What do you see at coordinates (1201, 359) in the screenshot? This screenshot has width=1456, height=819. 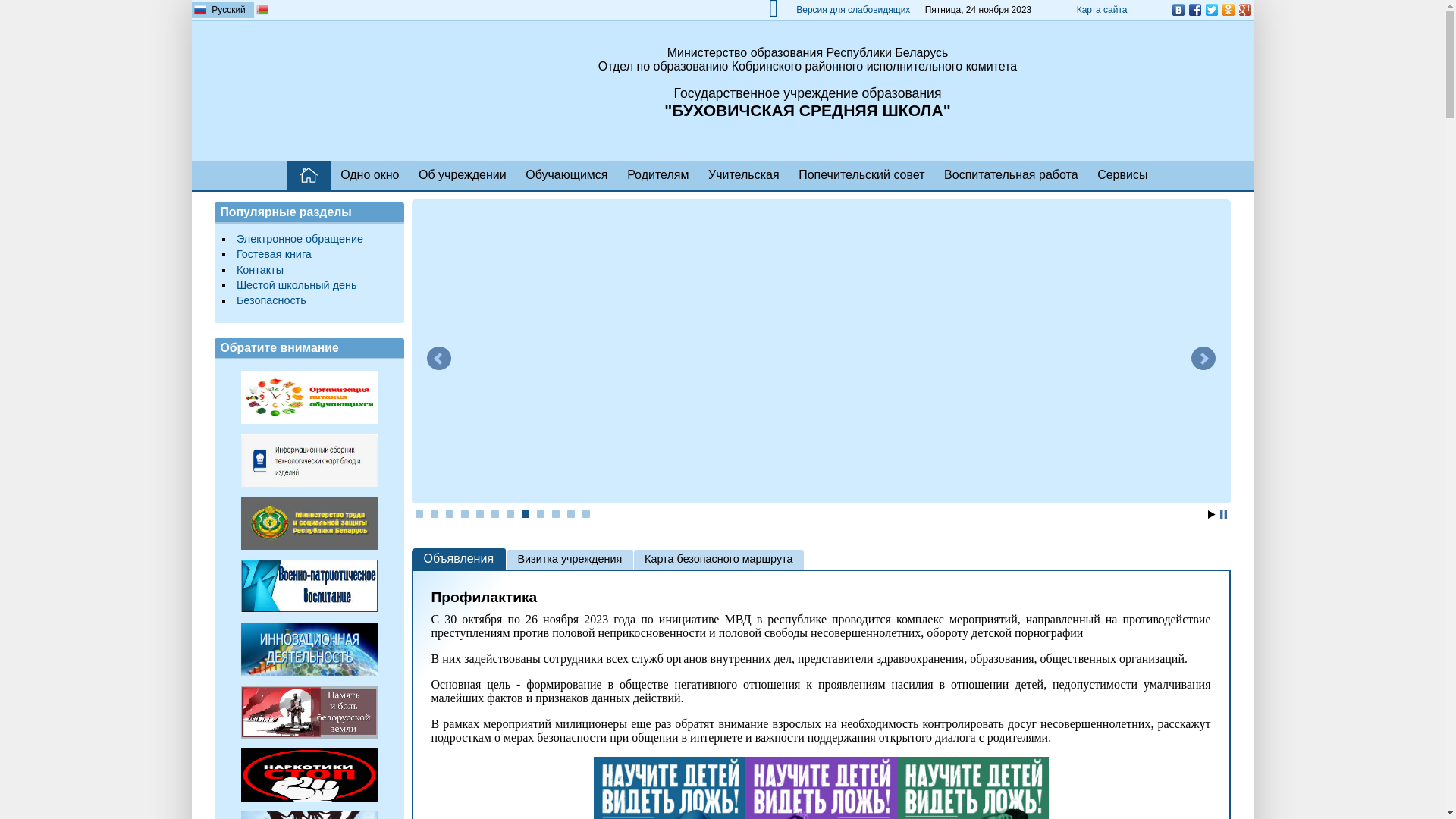 I see `'Next'` at bounding box center [1201, 359].